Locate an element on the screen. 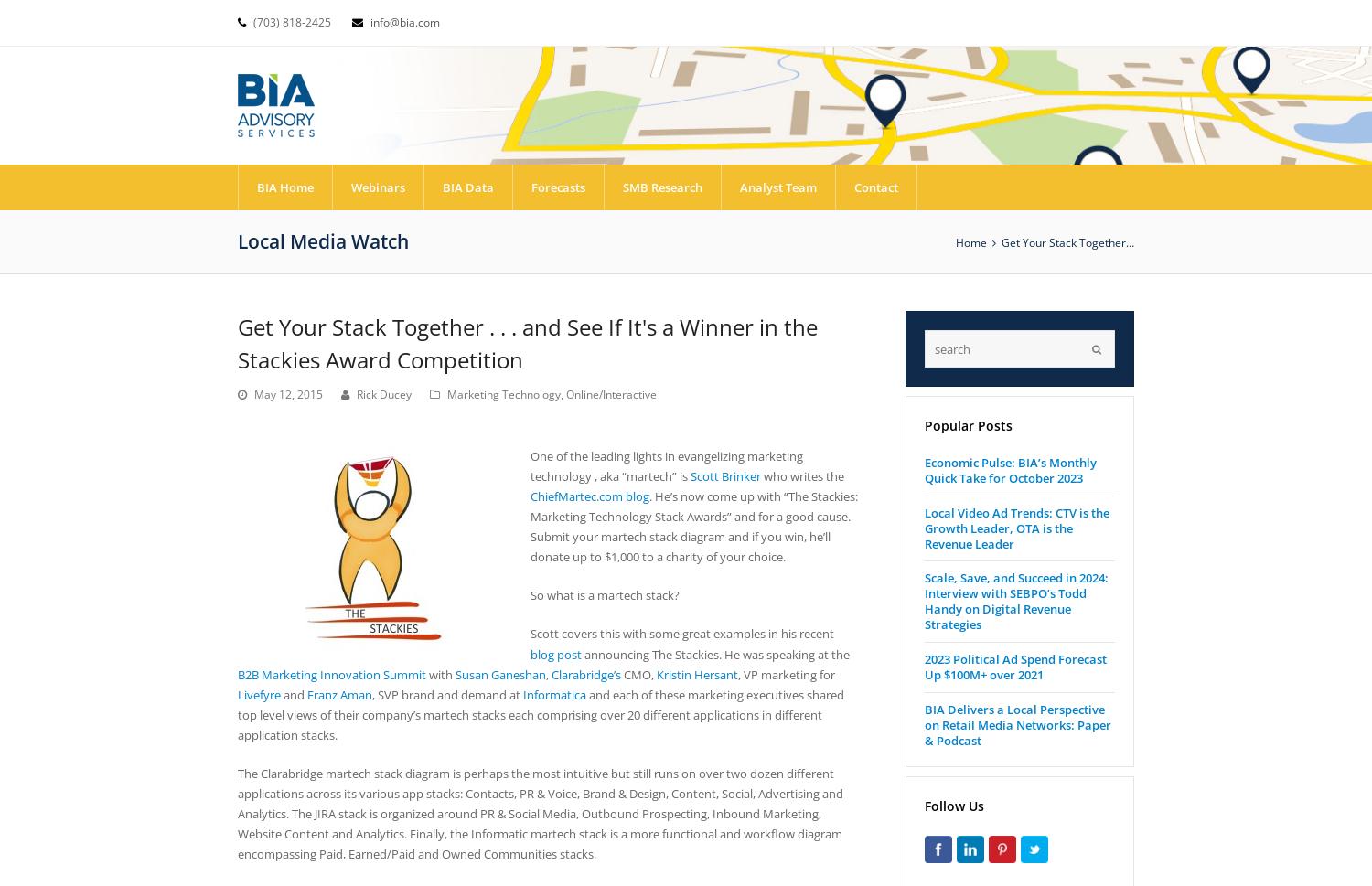 The height and width of the screenshot is (886, 1372). 'Scott covers this with some great examples in his recent' is located at coordinates (681, 633).